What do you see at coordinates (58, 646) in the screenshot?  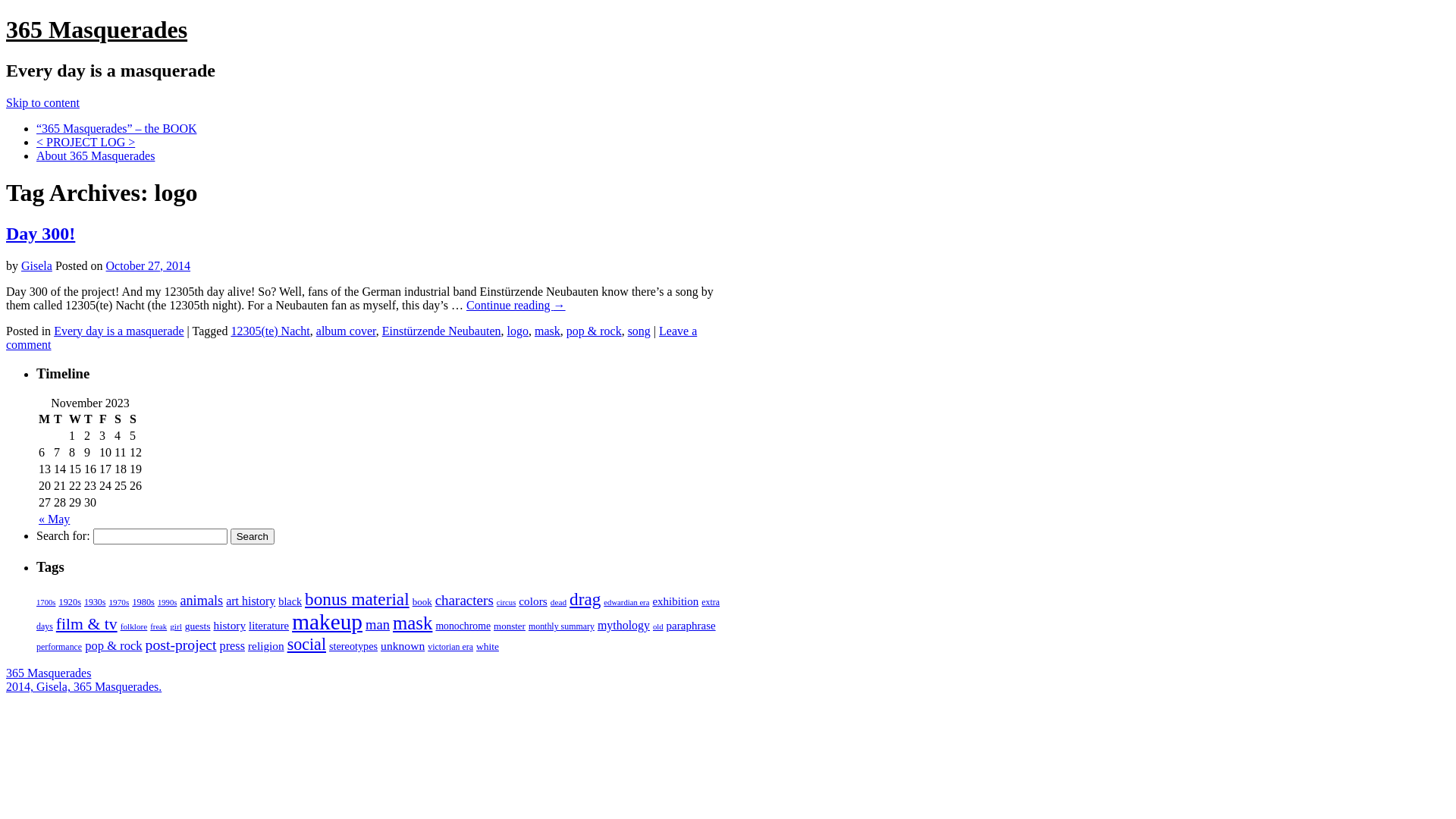 I see `'performance'` at bounding box center [58, 646].